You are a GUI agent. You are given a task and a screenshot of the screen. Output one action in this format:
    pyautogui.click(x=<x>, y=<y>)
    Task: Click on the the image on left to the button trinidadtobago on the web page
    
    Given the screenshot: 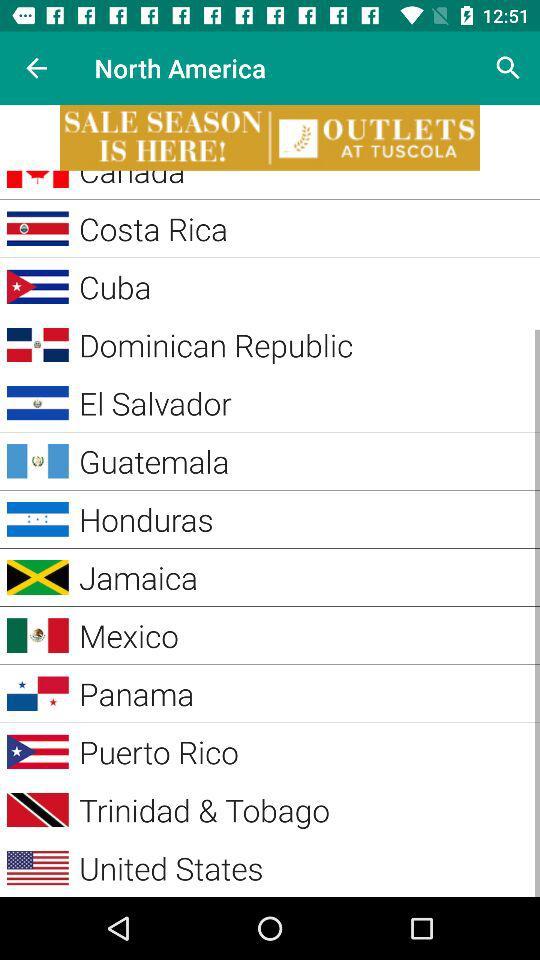 What is the action you would take?
    pyautogui.click(x=38, y=810)
    